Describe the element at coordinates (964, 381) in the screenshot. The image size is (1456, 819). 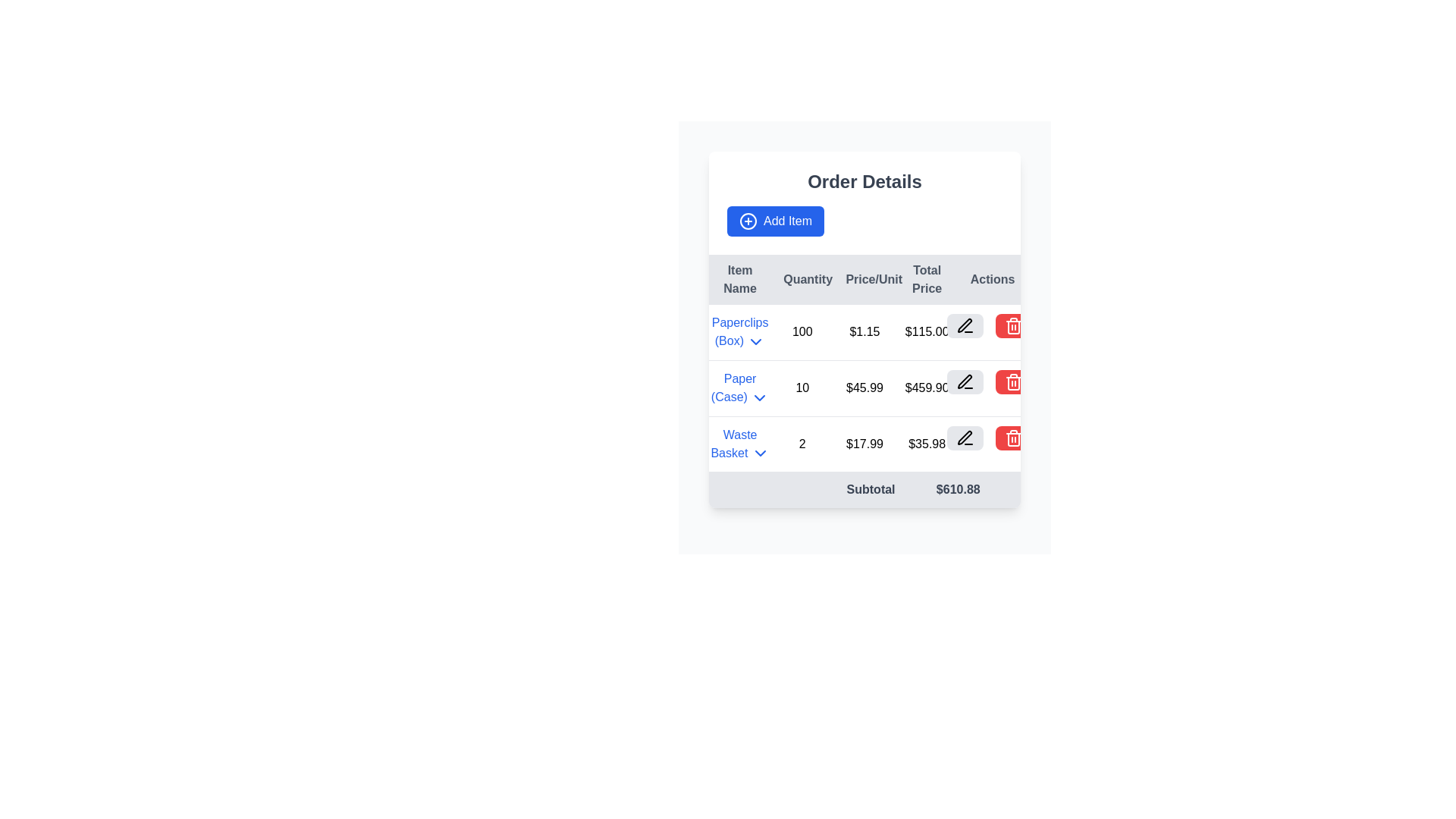
I see `the edit button with a gray background and a pen icon in the 'Actions' column for the 'Paper (Case)' item` at that location.